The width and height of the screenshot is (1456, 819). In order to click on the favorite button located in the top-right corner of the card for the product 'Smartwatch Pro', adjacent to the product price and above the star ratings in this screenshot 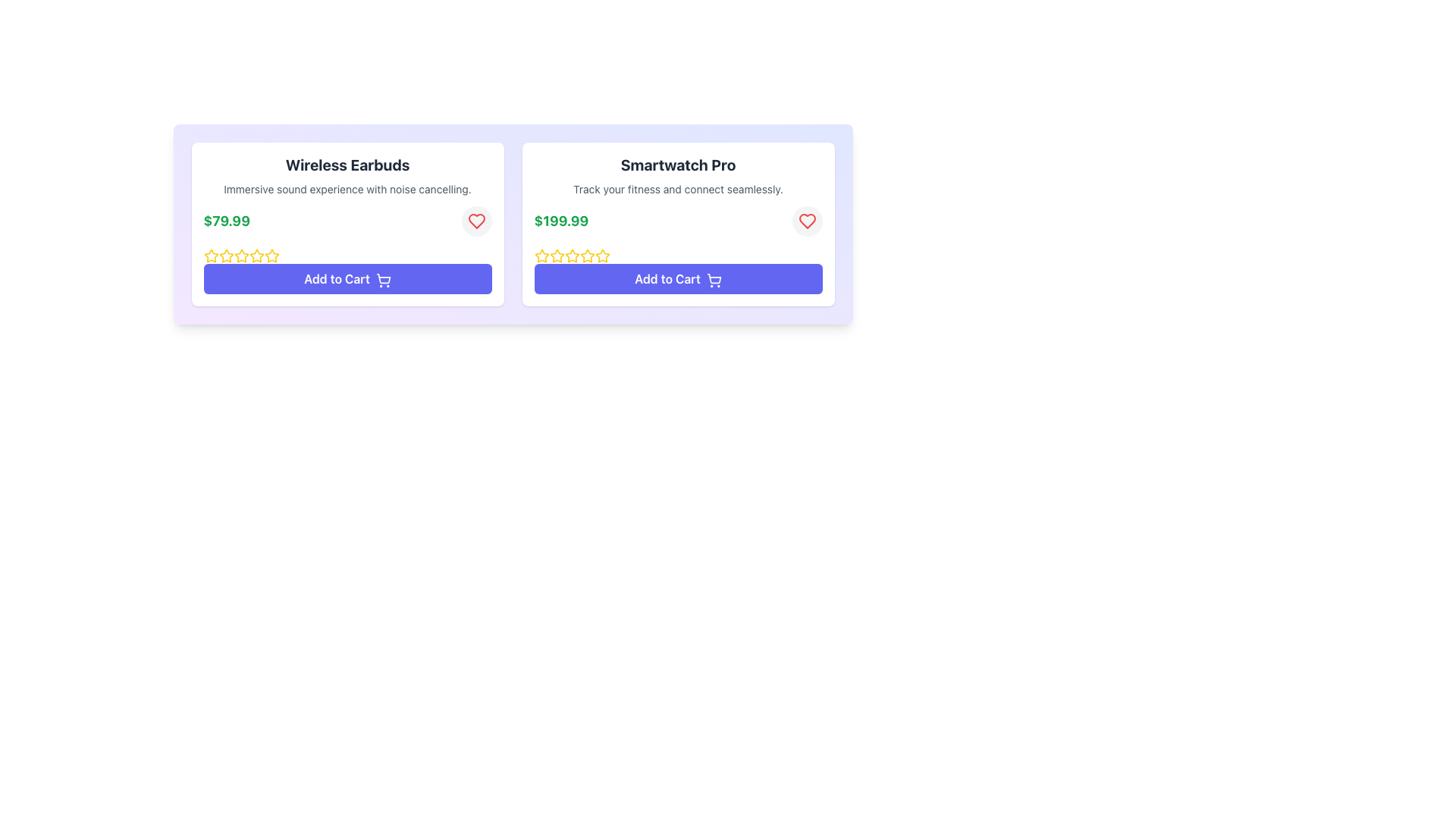, I will do `click(806, 221)`.